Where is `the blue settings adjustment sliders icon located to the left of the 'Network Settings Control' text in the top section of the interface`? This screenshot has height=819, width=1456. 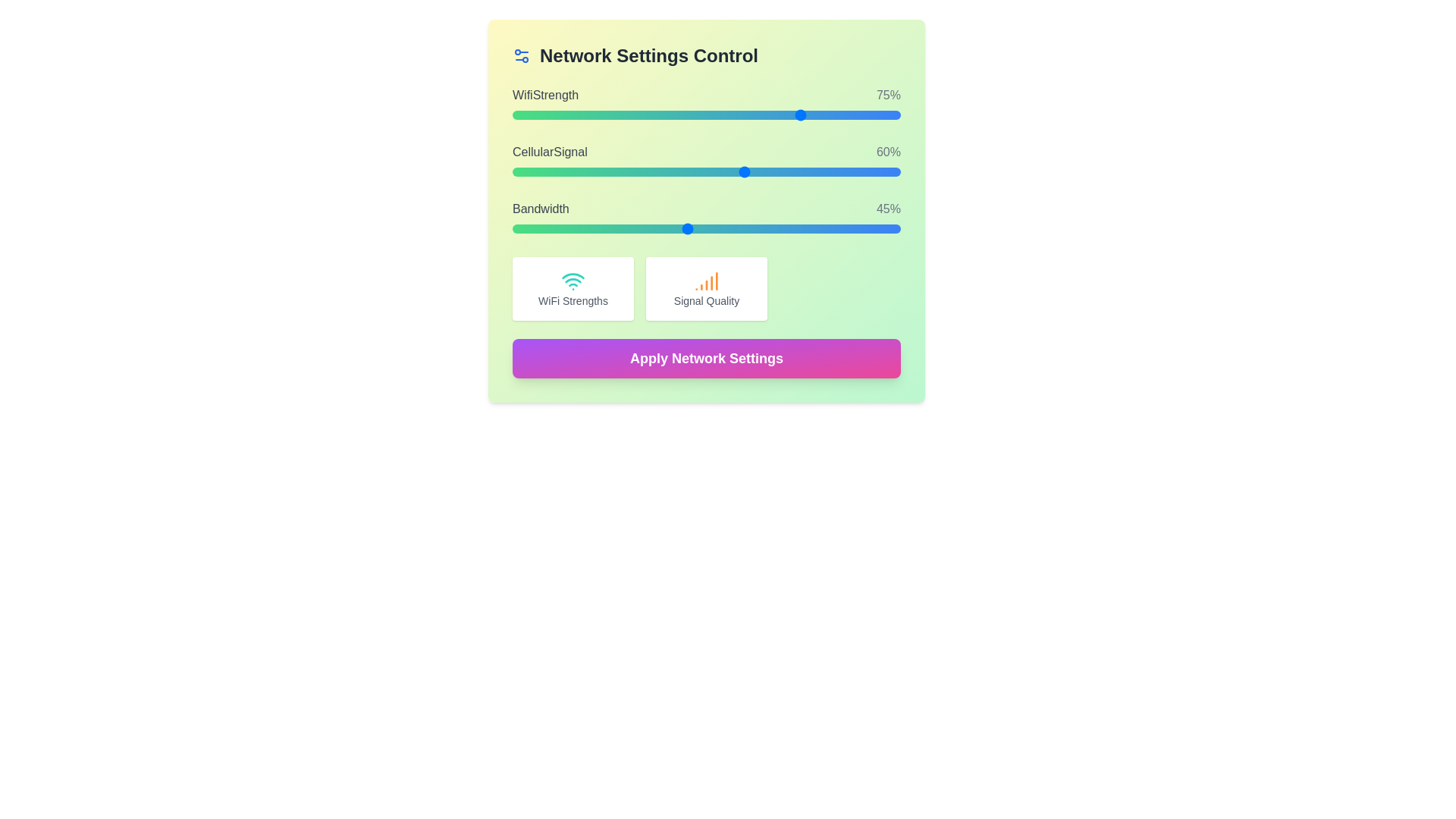
the blue settings adjustment sliders icon located to the left of the 'Network Settings Control' text in the top section of the interface is located at coordinates (521, 55).